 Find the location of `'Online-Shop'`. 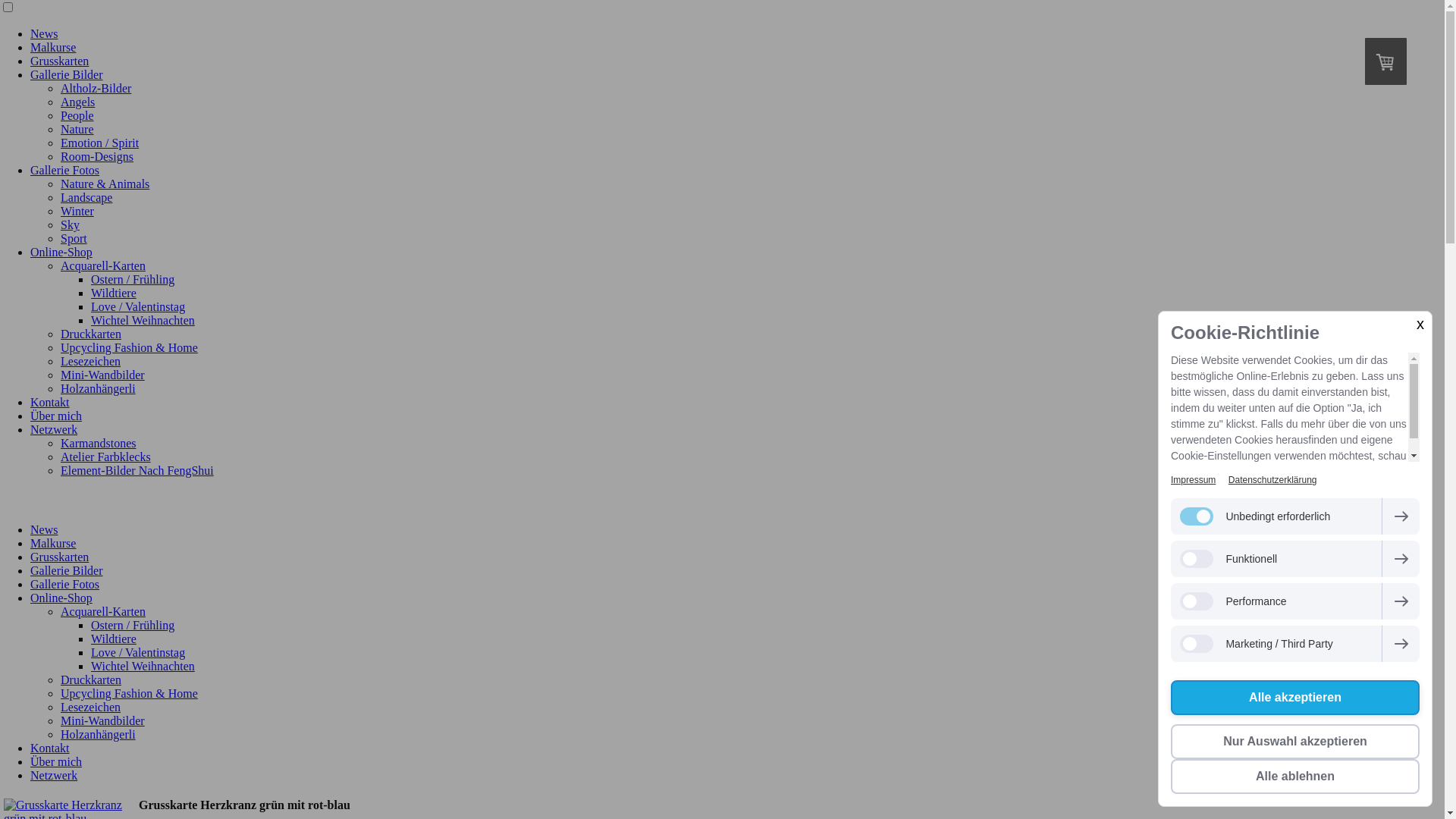

'Online-Shop' is located at coordinates (30, 597).